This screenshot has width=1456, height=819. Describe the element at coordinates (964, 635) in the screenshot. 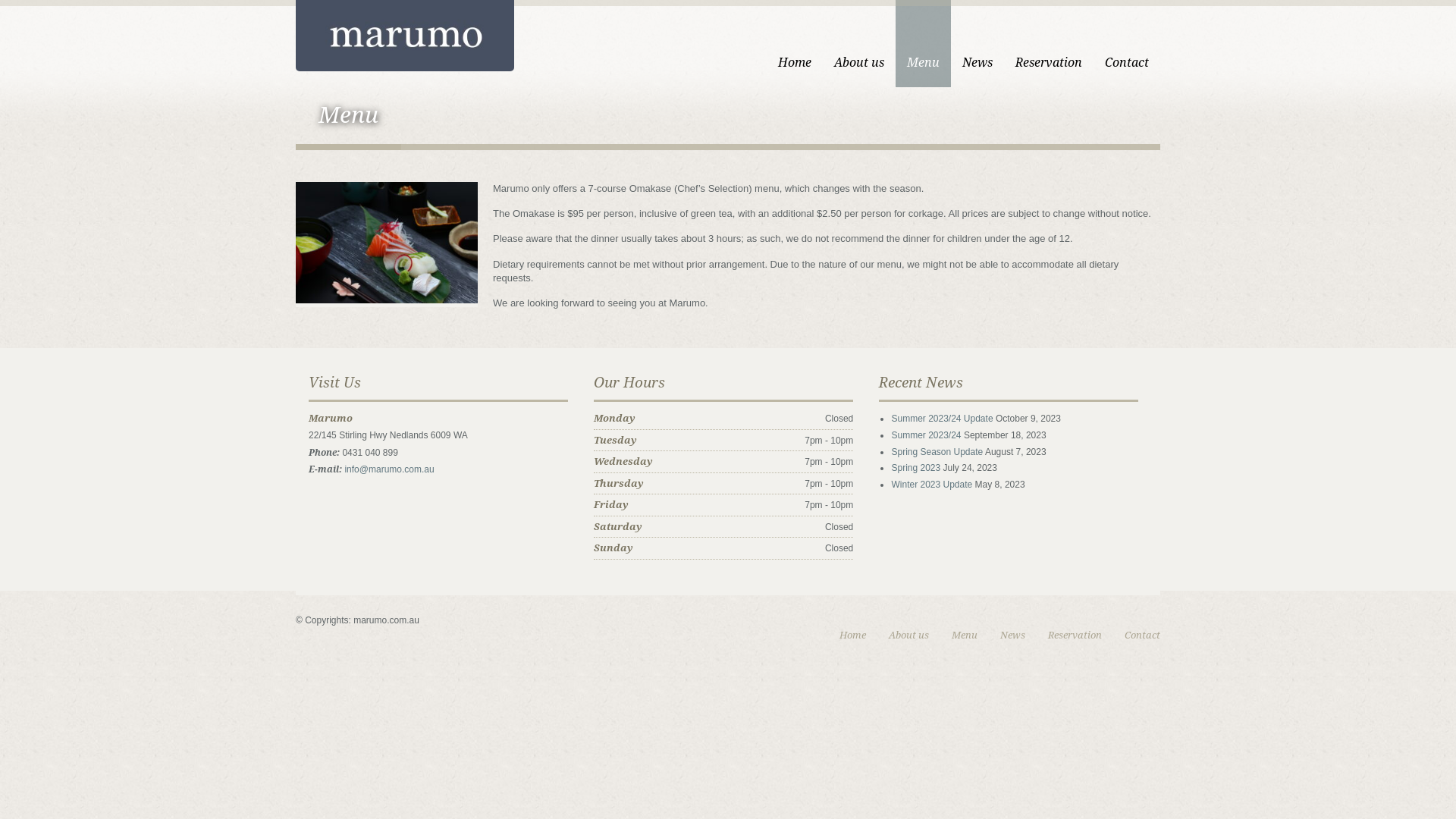

I see `'Menu'` at that location.